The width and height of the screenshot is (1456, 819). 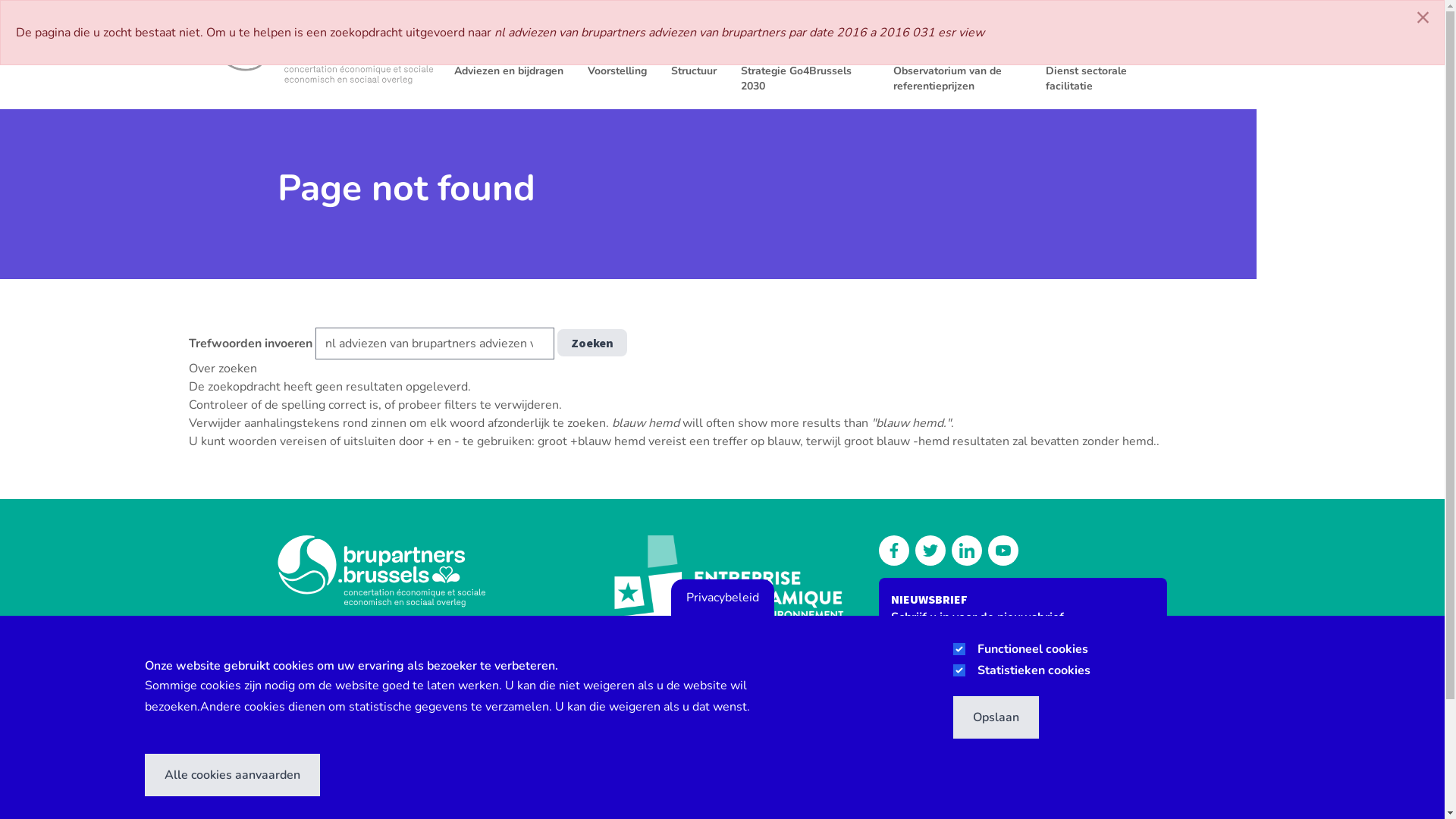 I want to click on 'Observatorium van de referentieprijzen', so click(x=893, y=77).